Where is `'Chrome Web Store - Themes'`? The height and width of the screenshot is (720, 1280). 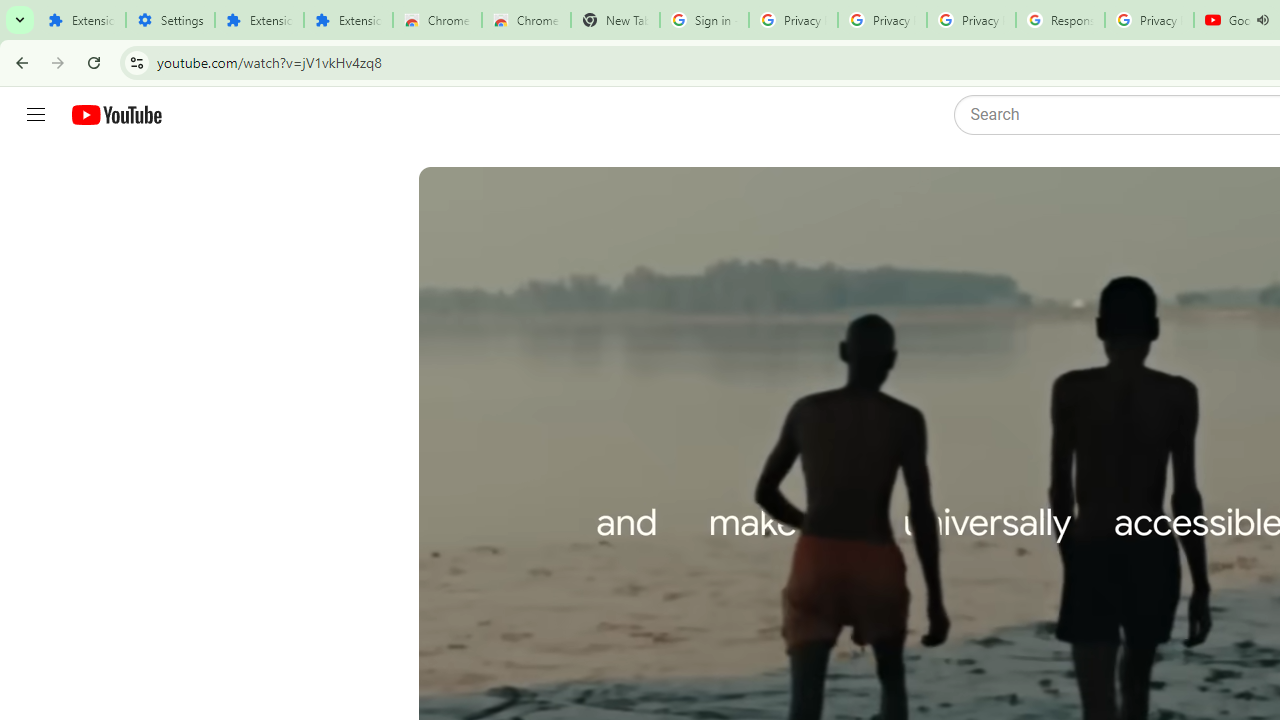 'Chrome Web Store - Themes' is located at coordinates (526, 20).